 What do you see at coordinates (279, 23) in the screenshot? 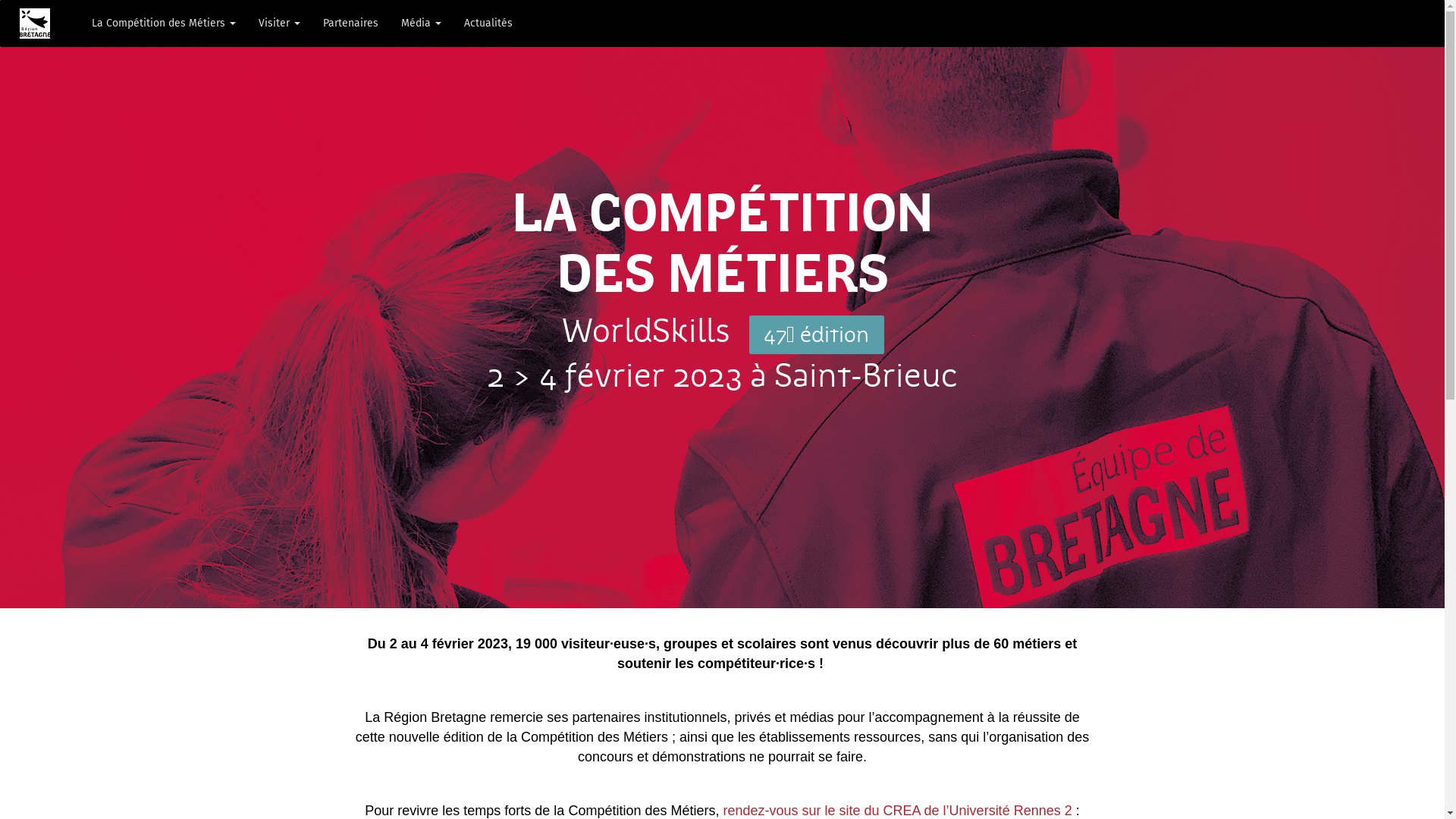
I see `'Visiter'` at bounding box center [279, 23].